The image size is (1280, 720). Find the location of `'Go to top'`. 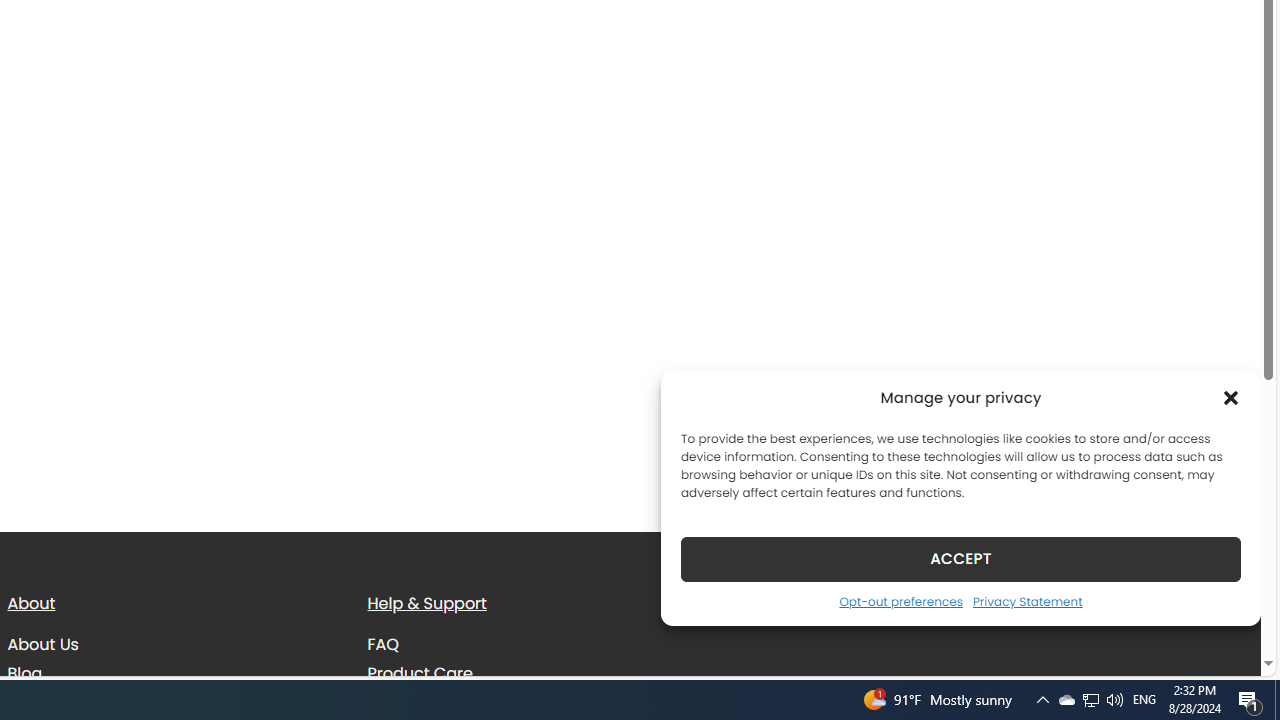

'Go to top' is located at coordinates (1219, 648).